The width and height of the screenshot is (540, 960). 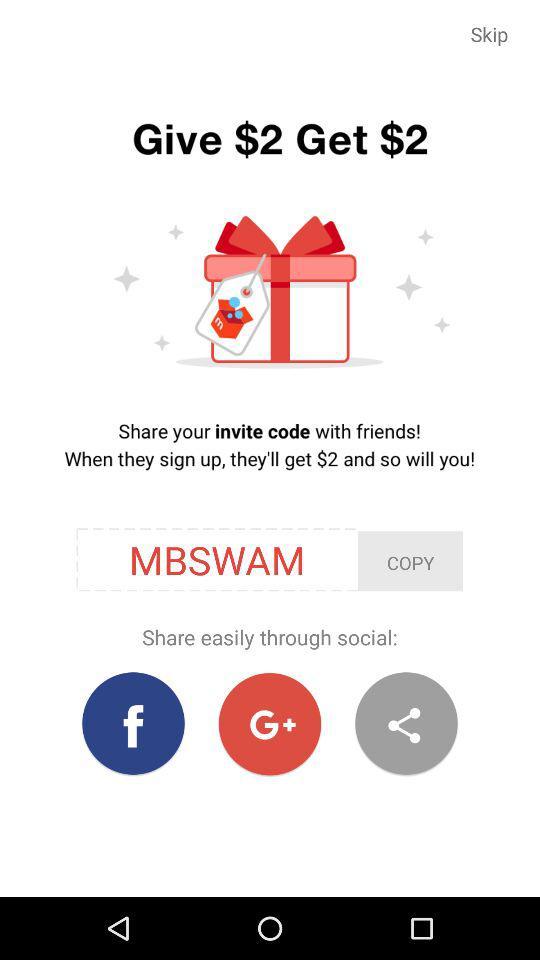 What do you see at coordinates (405, 723) in the screenshot?
I see `share invite code` at bounding box center [405, 723].